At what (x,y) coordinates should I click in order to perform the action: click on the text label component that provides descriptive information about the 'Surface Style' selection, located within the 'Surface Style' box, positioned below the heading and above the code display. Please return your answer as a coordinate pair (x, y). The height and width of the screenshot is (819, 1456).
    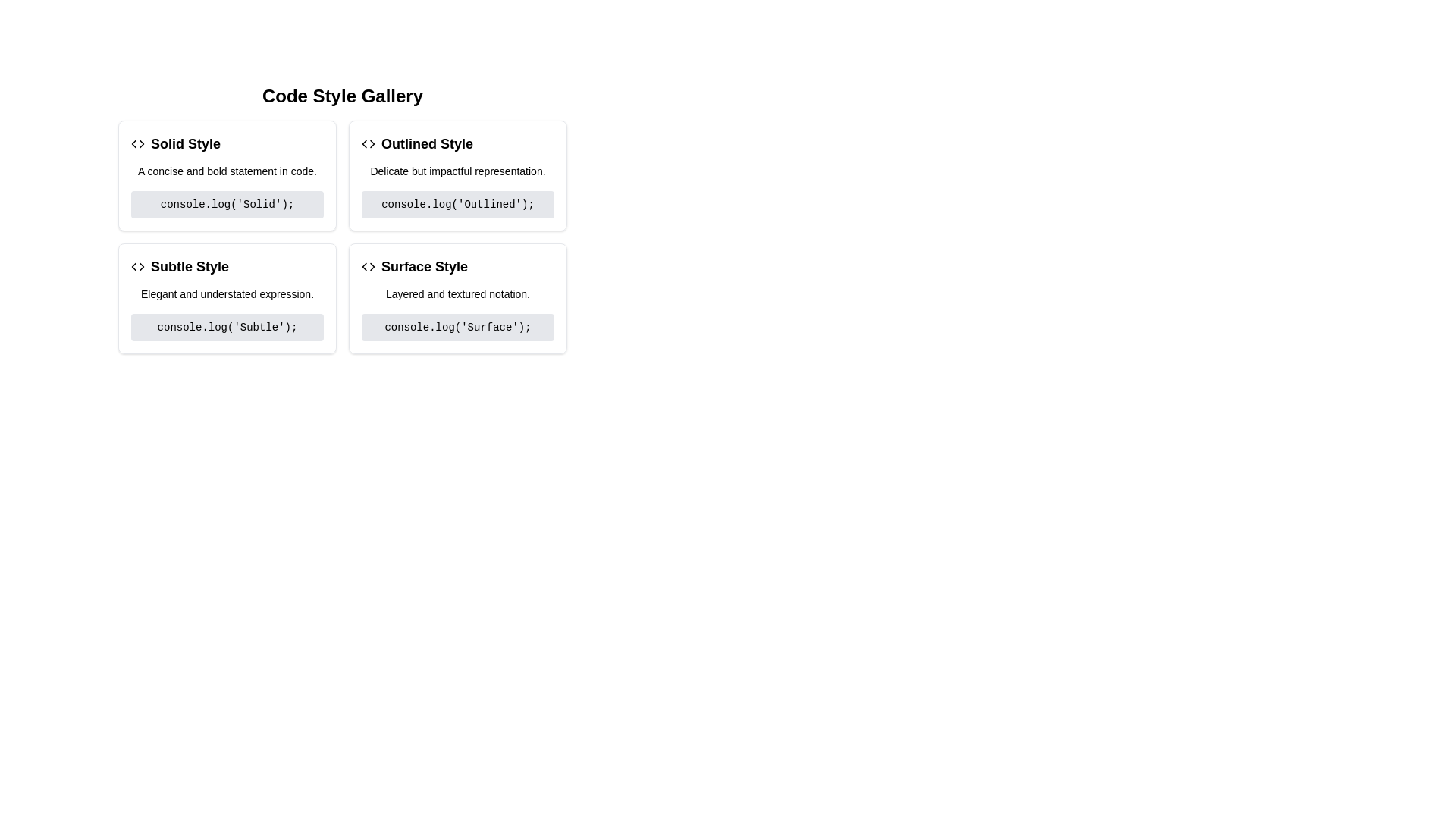
    Looking at the image, I should click on (457, 294).